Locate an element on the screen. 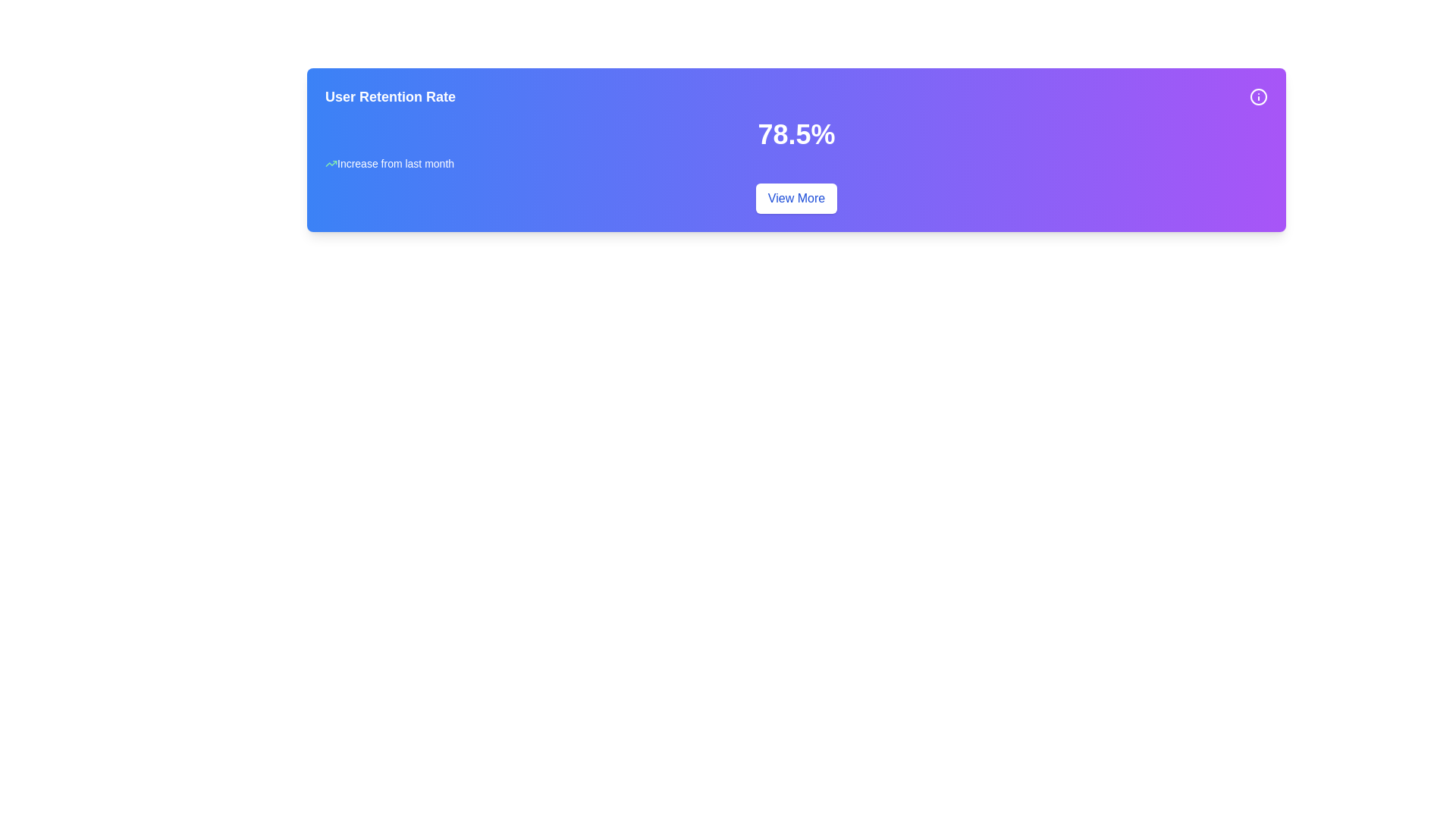 The width and height of the screenshot is (1456, 819). the small upward trending arrow icon in light green color located to the left of the text labeled 'Increase from last month' is located at coordinates (330, 164).